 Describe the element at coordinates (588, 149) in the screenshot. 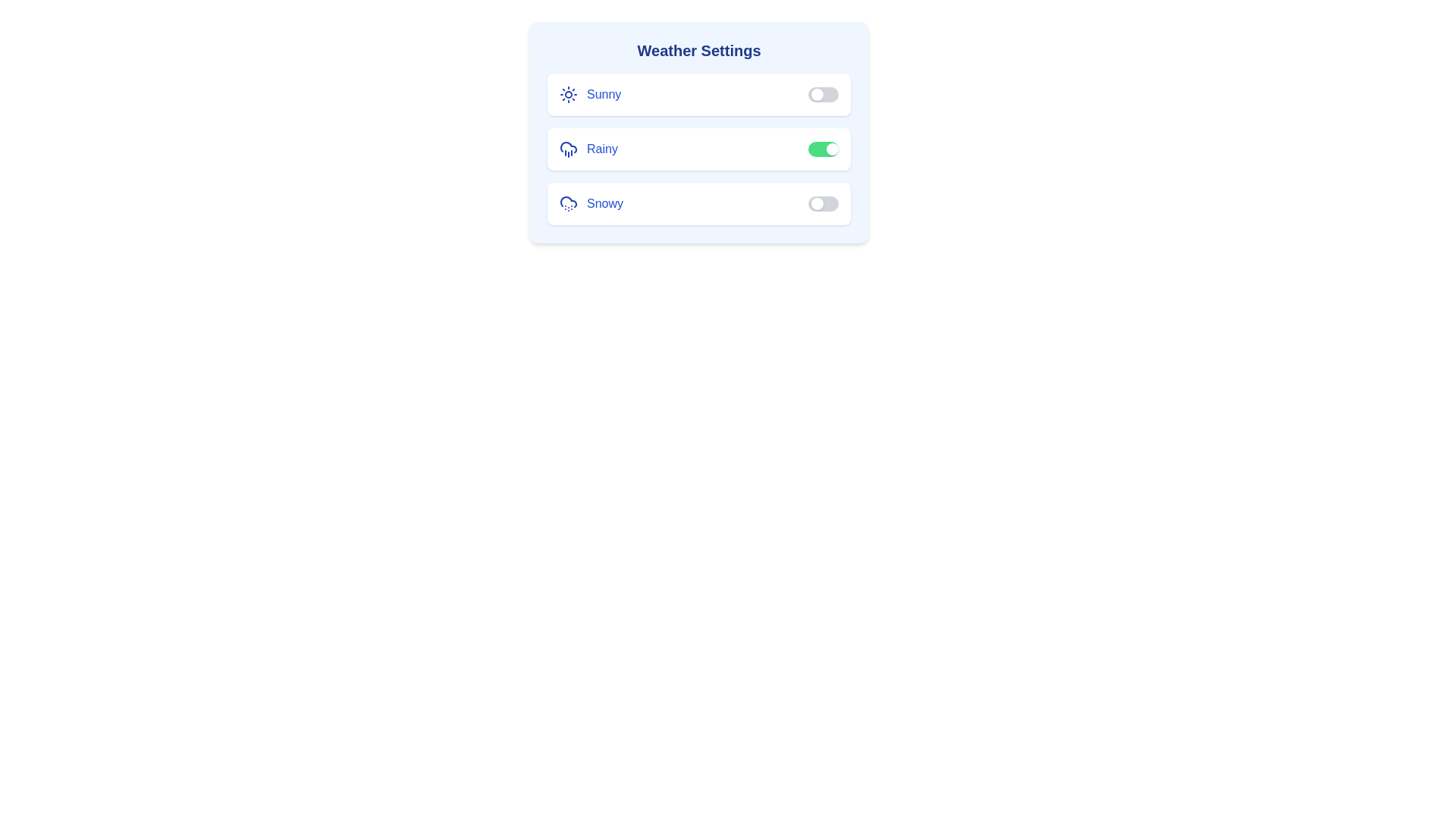

I see `the 'Rainy' weather setting element, which is visually represented by descriptive text and an icon, positioned between 'Sunny' and 'Snowy' options in the weather settings list` at that location.